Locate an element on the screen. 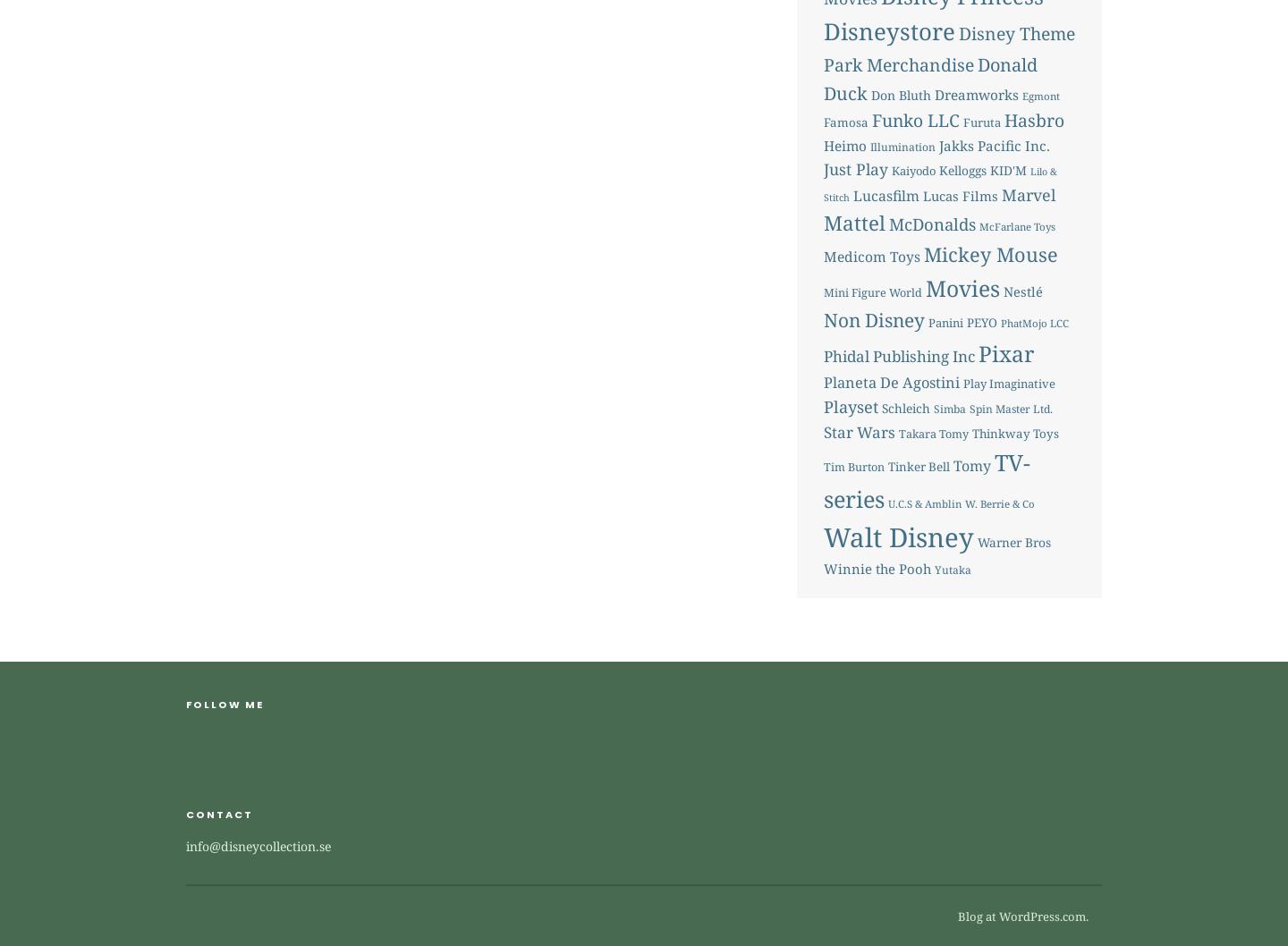 The width and height of the screenshot is (1288, 946). 'TV-series' is located at coordinates (823, 480).